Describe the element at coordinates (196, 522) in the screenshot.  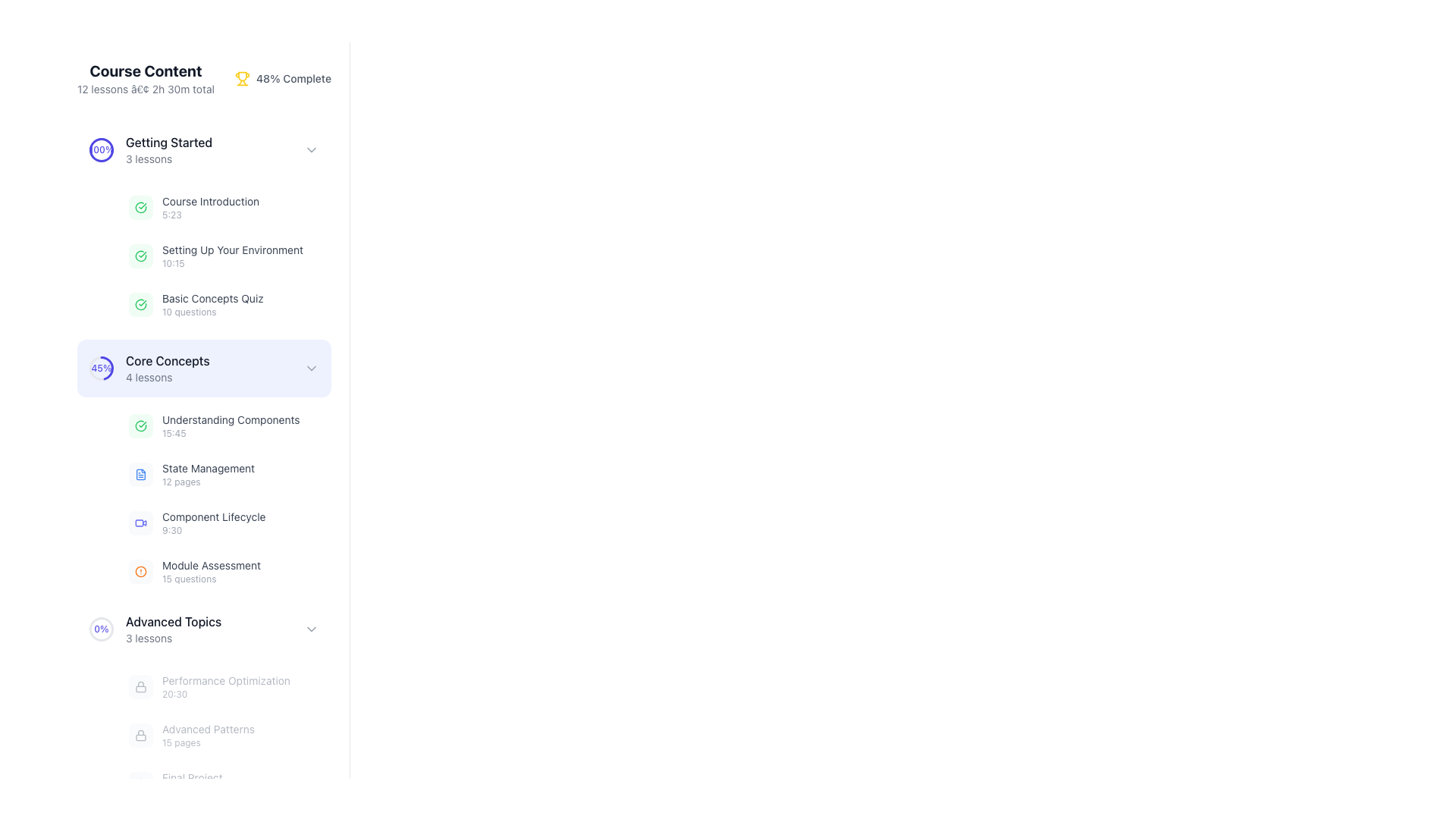
I see `the 'Component Lifecycle' lesson module under the 'Core Concepts' section` at that location.